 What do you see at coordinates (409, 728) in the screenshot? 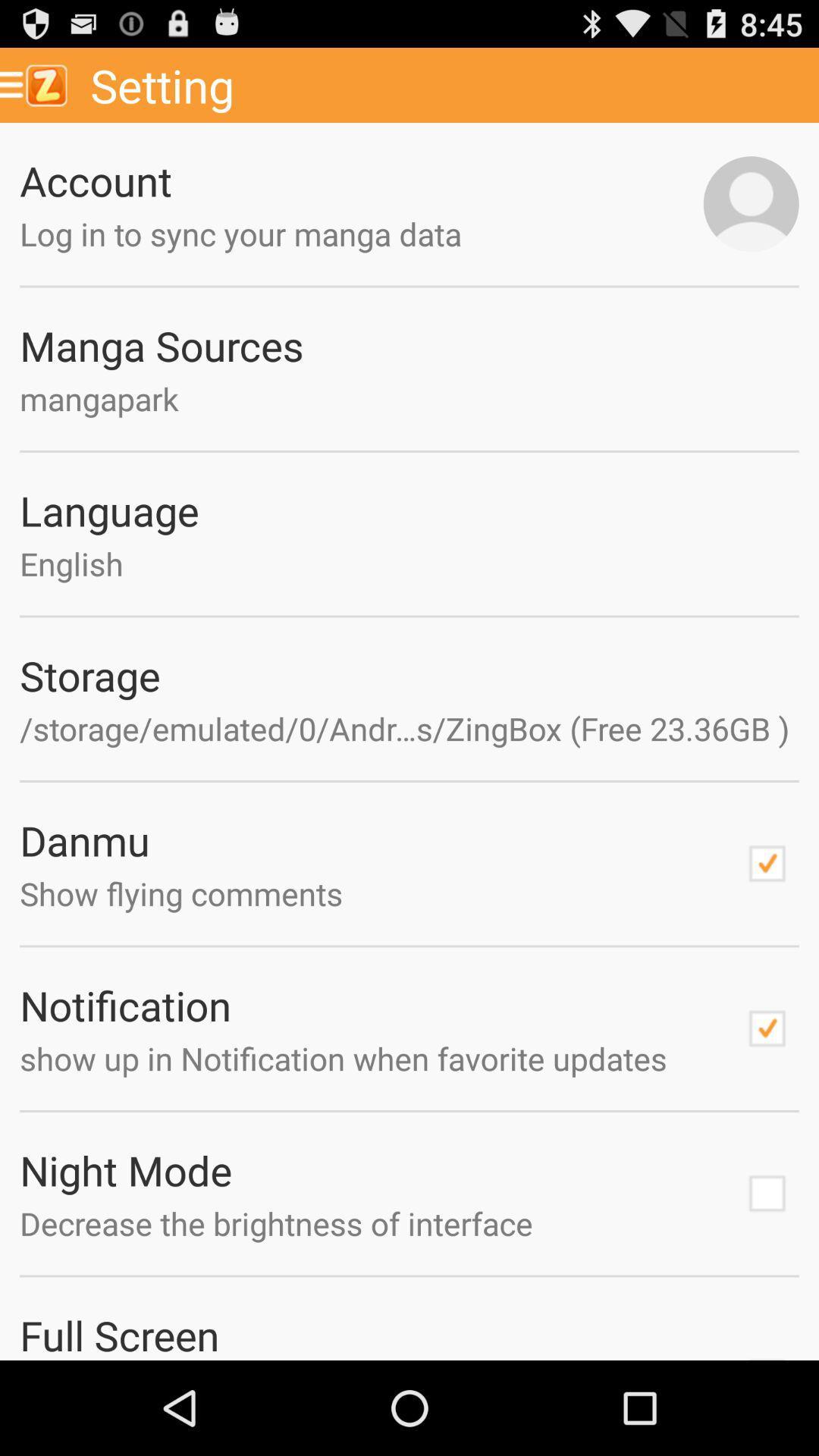
I see `the app below the storage` at bounding box center [409, 728].